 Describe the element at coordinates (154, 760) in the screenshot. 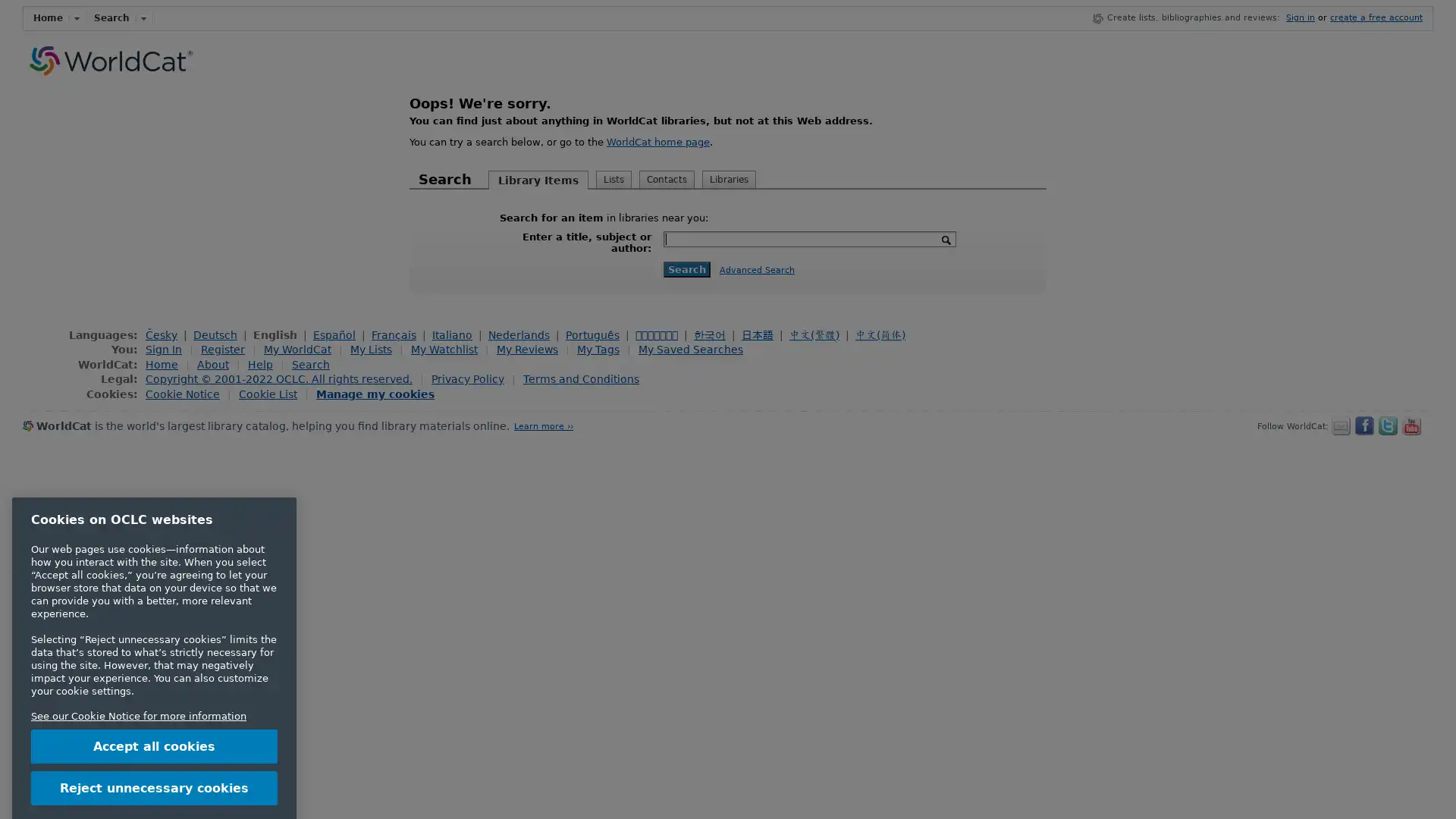

I see `Customize cookie settings` at that location.